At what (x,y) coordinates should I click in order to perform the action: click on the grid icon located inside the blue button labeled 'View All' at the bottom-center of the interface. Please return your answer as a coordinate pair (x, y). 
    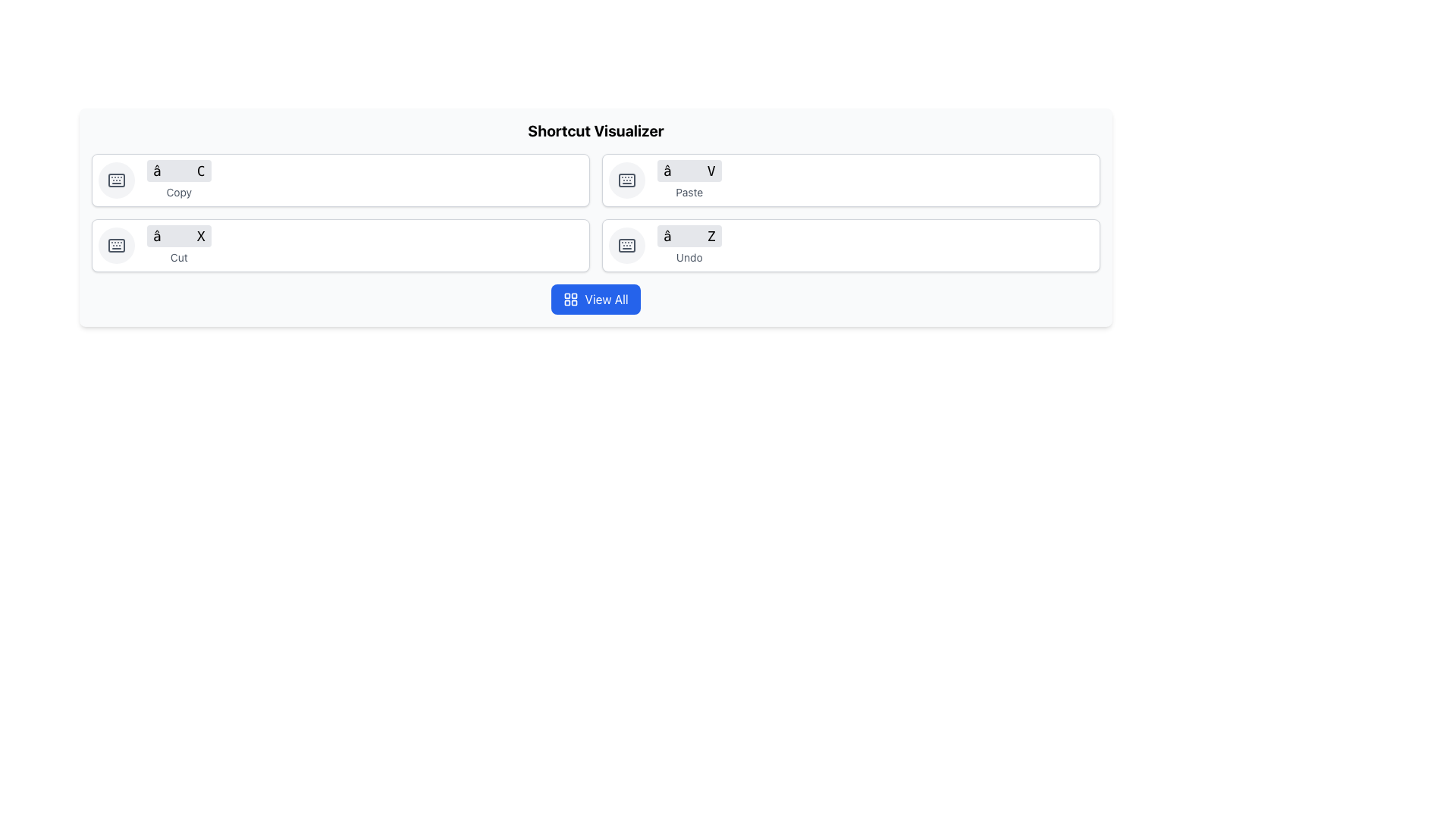
    Looking at the image, I should click on (570, 299).